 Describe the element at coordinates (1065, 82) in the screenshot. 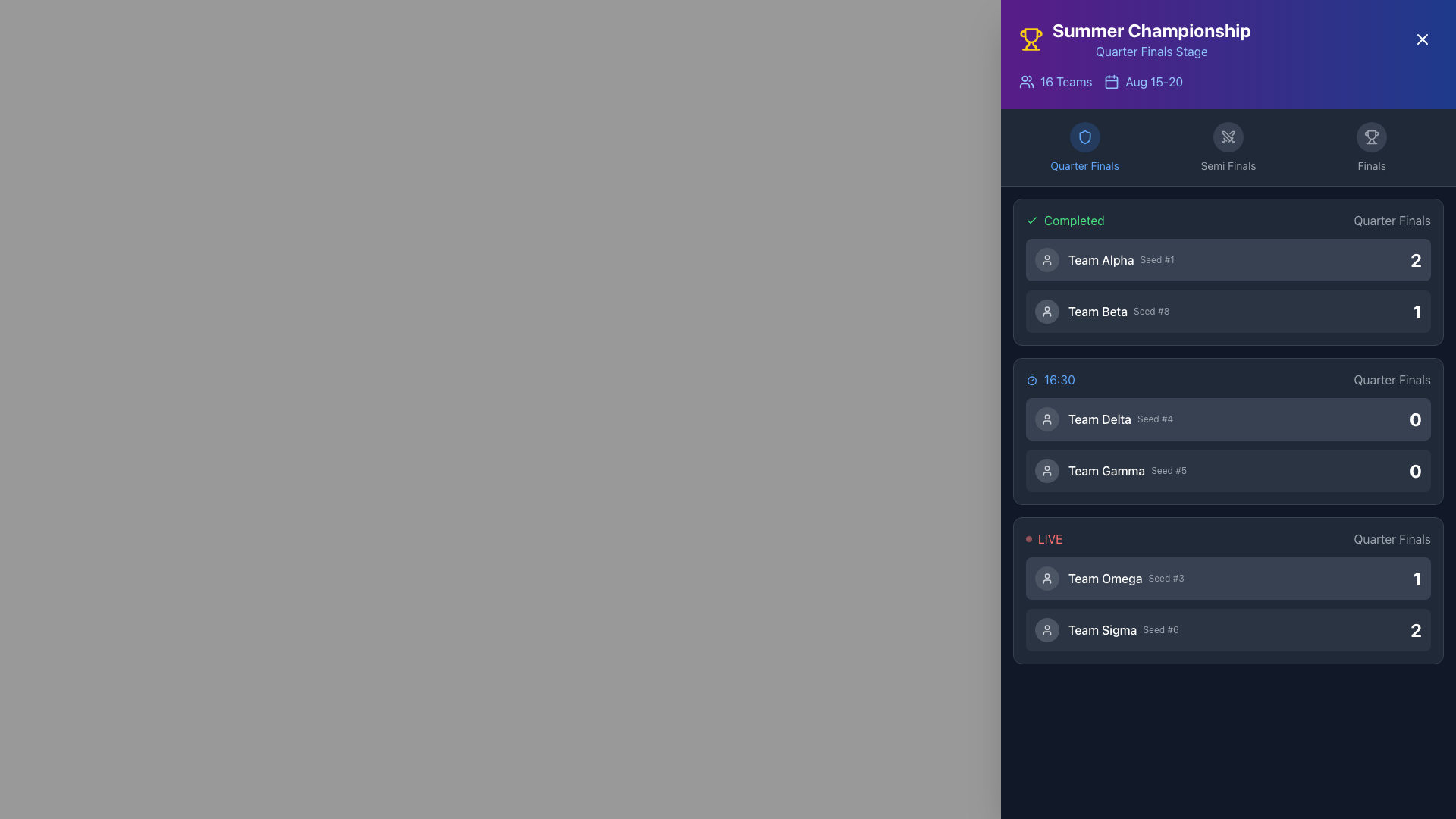

I see `the informational text label indicating the number of teams, positioned centrally in the top-right quadrant, between the user group icon and the date range text ('Aug 15-20')` at that location.